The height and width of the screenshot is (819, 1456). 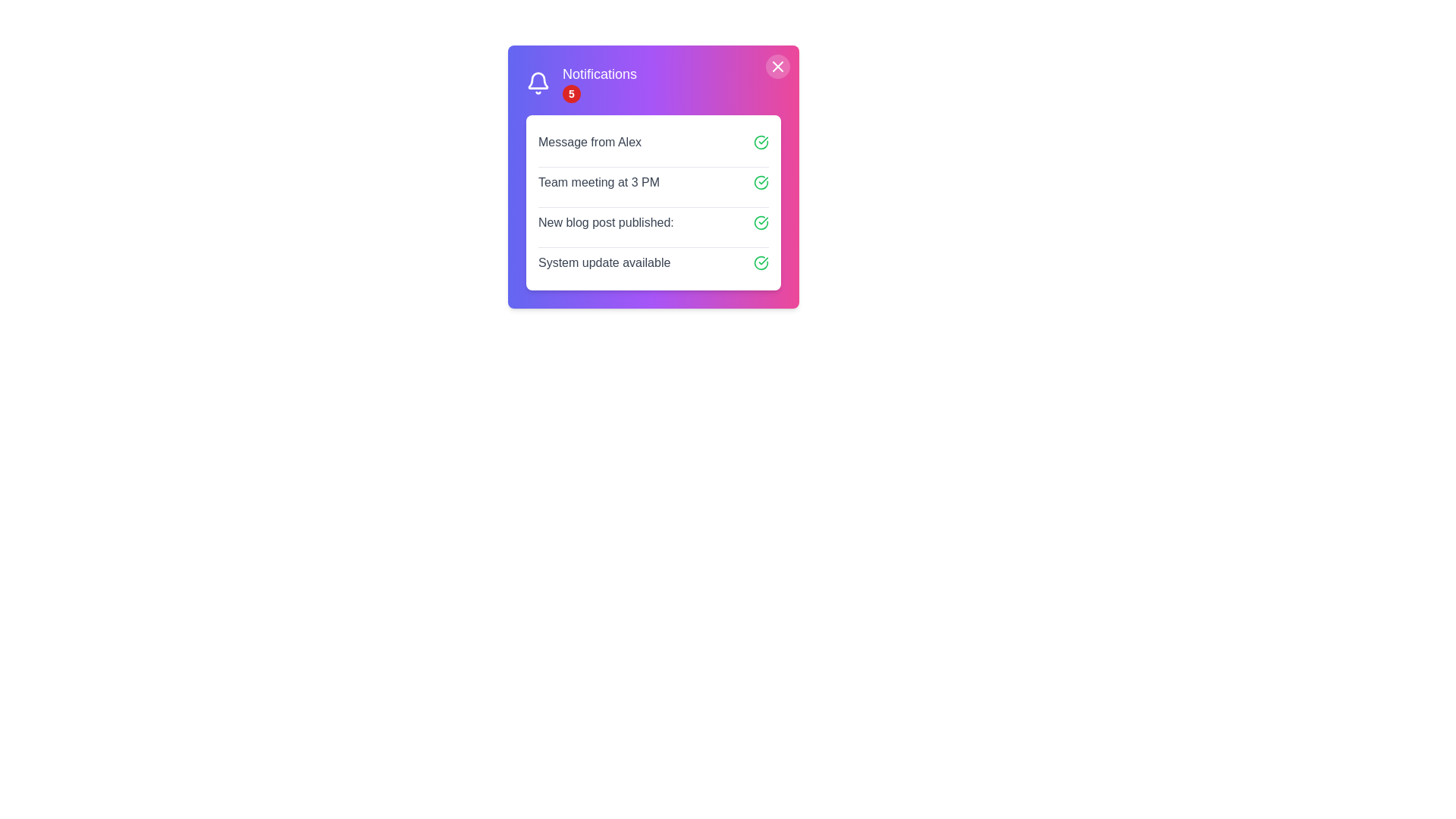 What do you see at coordinates (761, 262) in the screenshot?
I see `the status representation of the circular green icon with a white checkmark, located on the far-right side of the 'System update available' notification row` at bounding box center [761, 262].